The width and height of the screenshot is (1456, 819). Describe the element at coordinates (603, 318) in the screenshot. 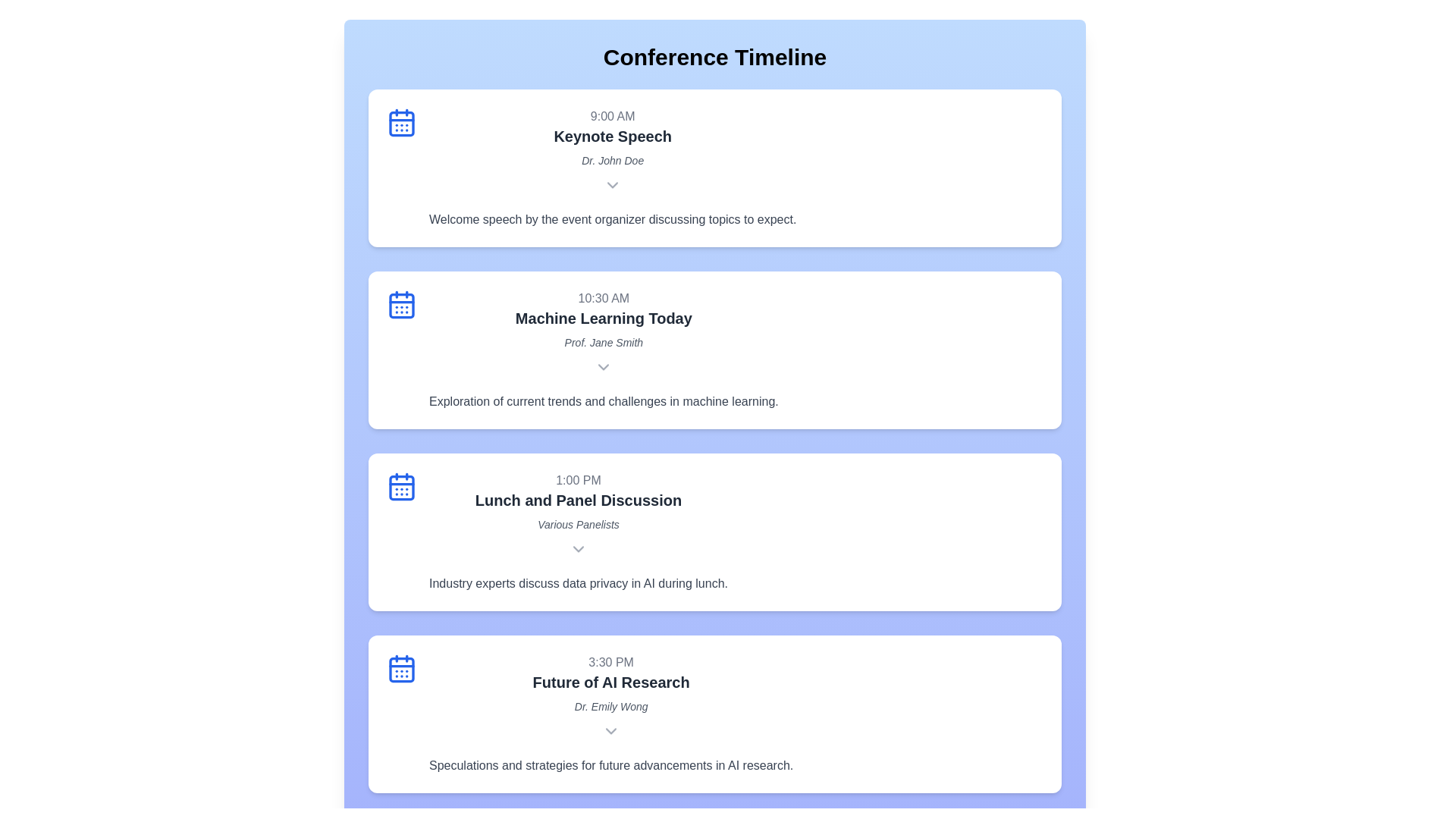

I see `the text heading displaying 'Machine Learning Today', which is styled in bold and dark gray, located between the time indicator '10:30 AM' and the speaker's name 'Prof. Jane Smith'` at that location.